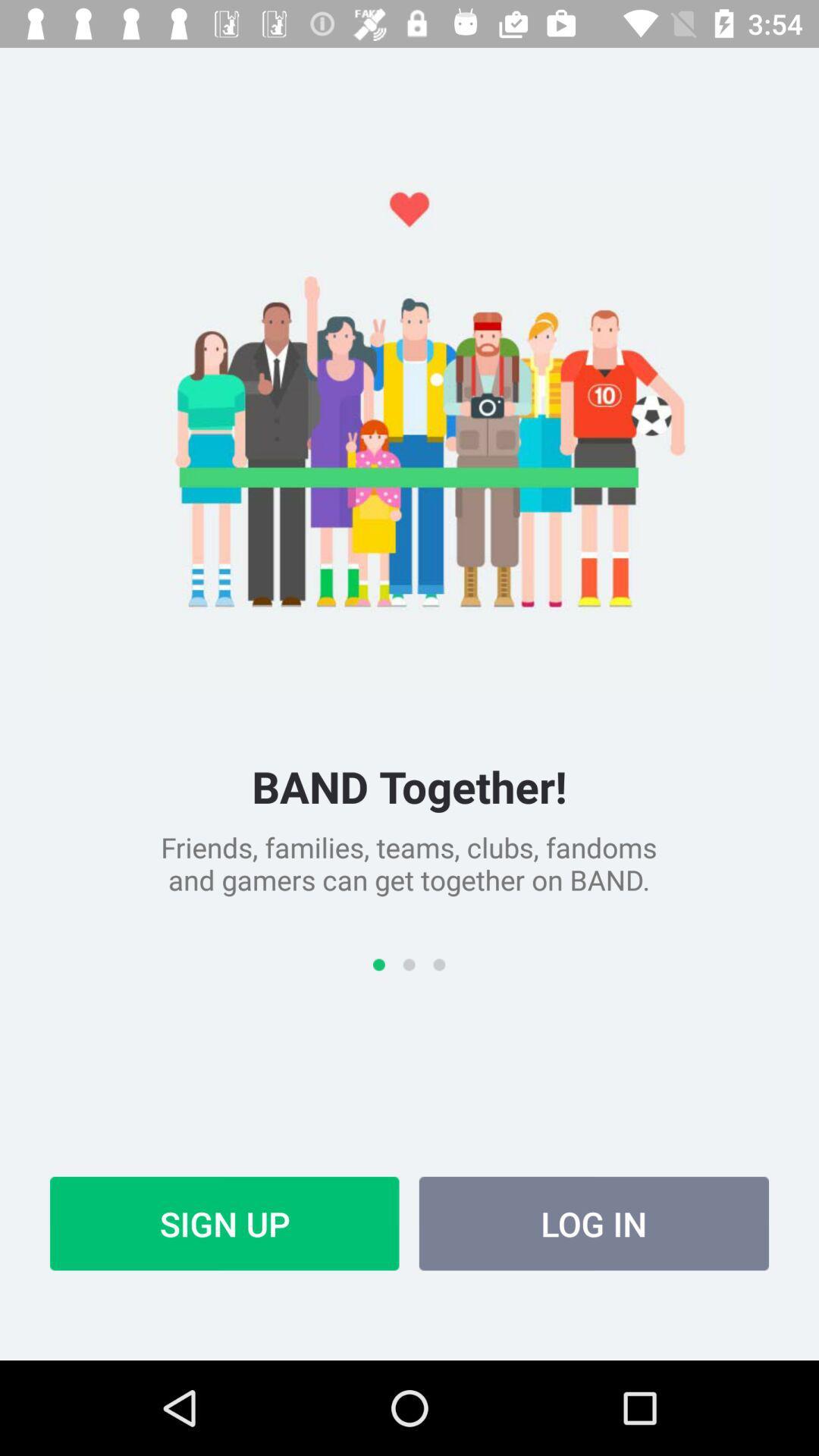 Image resolution: width=819 pixels, height=1456 pixels. What do you see at coordinates (593, 1223) in the screenshot?
I see `the item at the bottom right corner` at bounding box center [593, 1223].